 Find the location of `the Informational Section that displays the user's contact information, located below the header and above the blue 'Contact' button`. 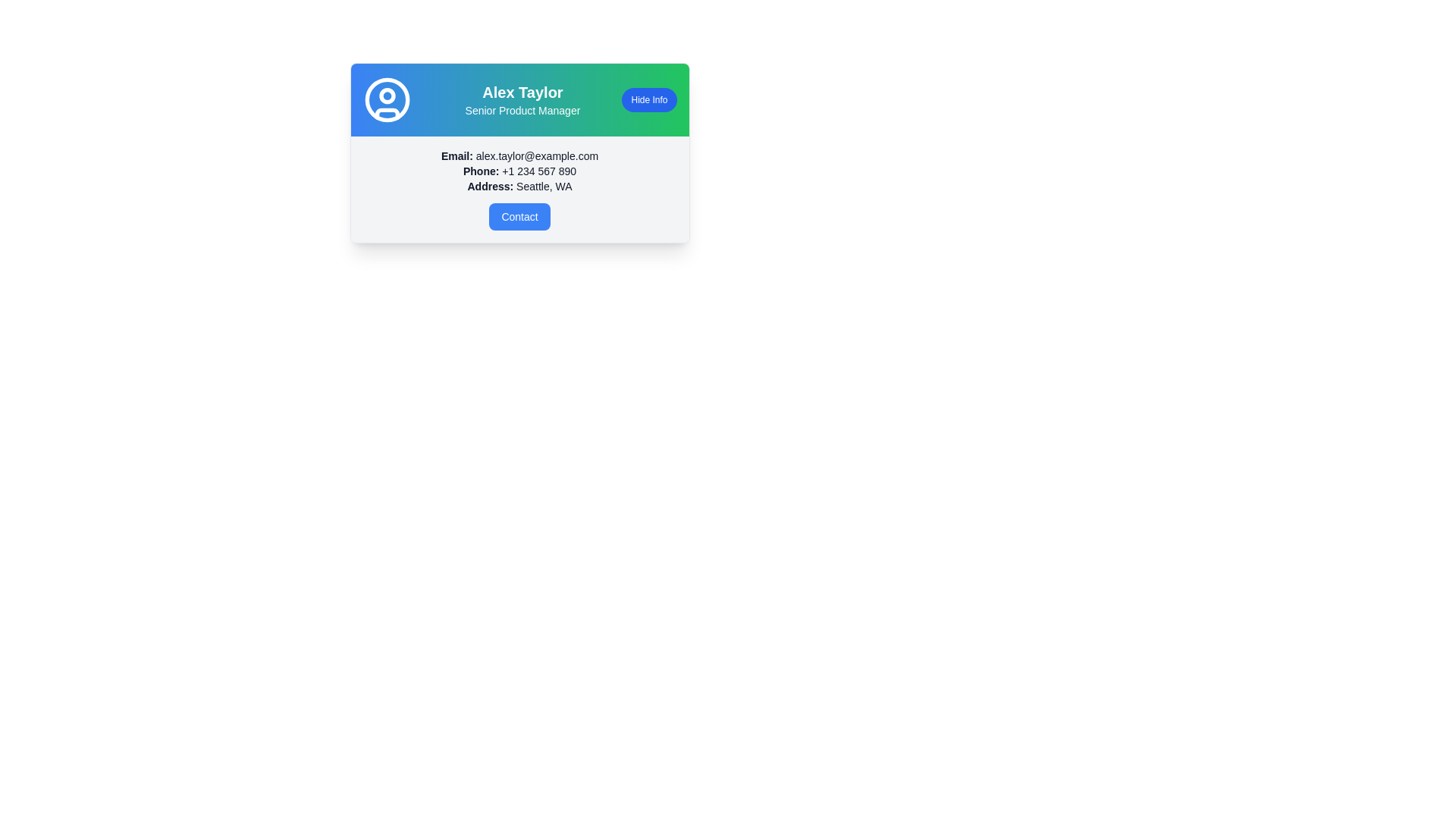

the Informational Section that displays the user's contact information, located below the header and above the blue 'Contact' button is located at coordinates (519, 189).